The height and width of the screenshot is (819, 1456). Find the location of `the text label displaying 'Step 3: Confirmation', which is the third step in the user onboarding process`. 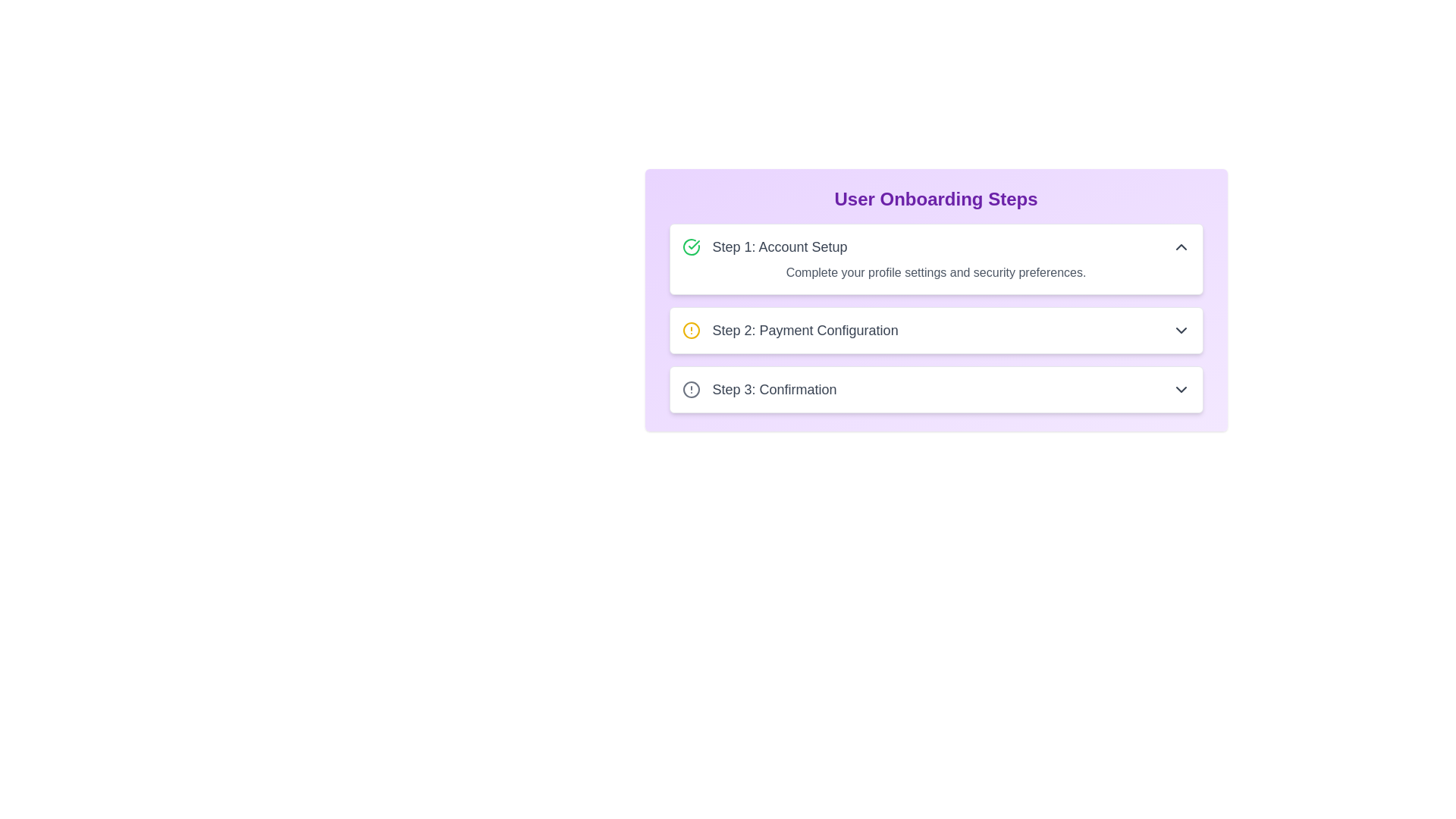

the text label displaying 'Step 3: Confirmation', which is the third step in the user onboarding process is located at coordinates (774, 388).